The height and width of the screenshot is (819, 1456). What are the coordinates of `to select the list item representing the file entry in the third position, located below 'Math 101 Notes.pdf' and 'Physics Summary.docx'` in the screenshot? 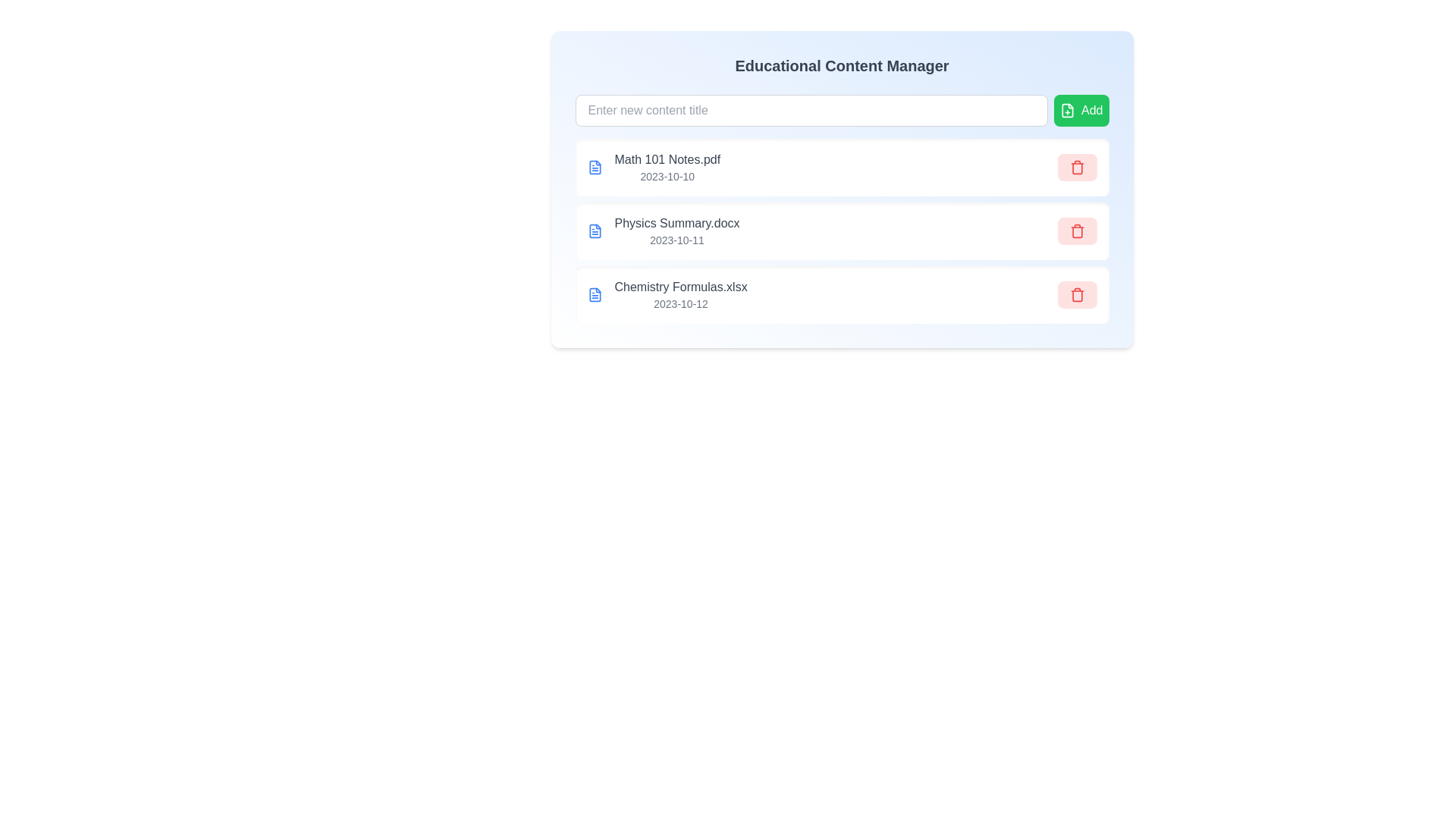 It's located at (679, 295).